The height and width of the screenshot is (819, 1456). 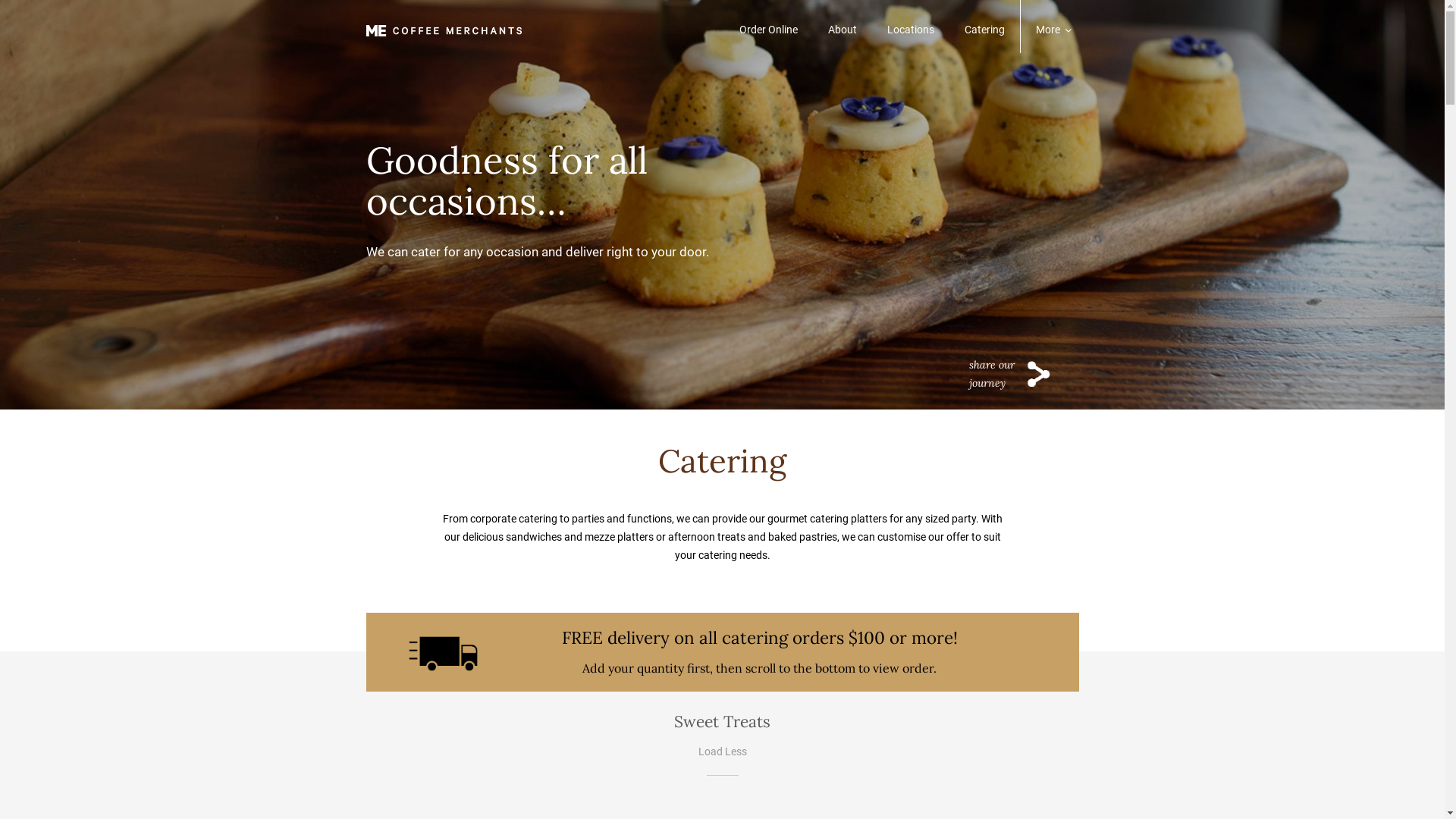 I want to click on 'Locations', so click(x=910, y=29).